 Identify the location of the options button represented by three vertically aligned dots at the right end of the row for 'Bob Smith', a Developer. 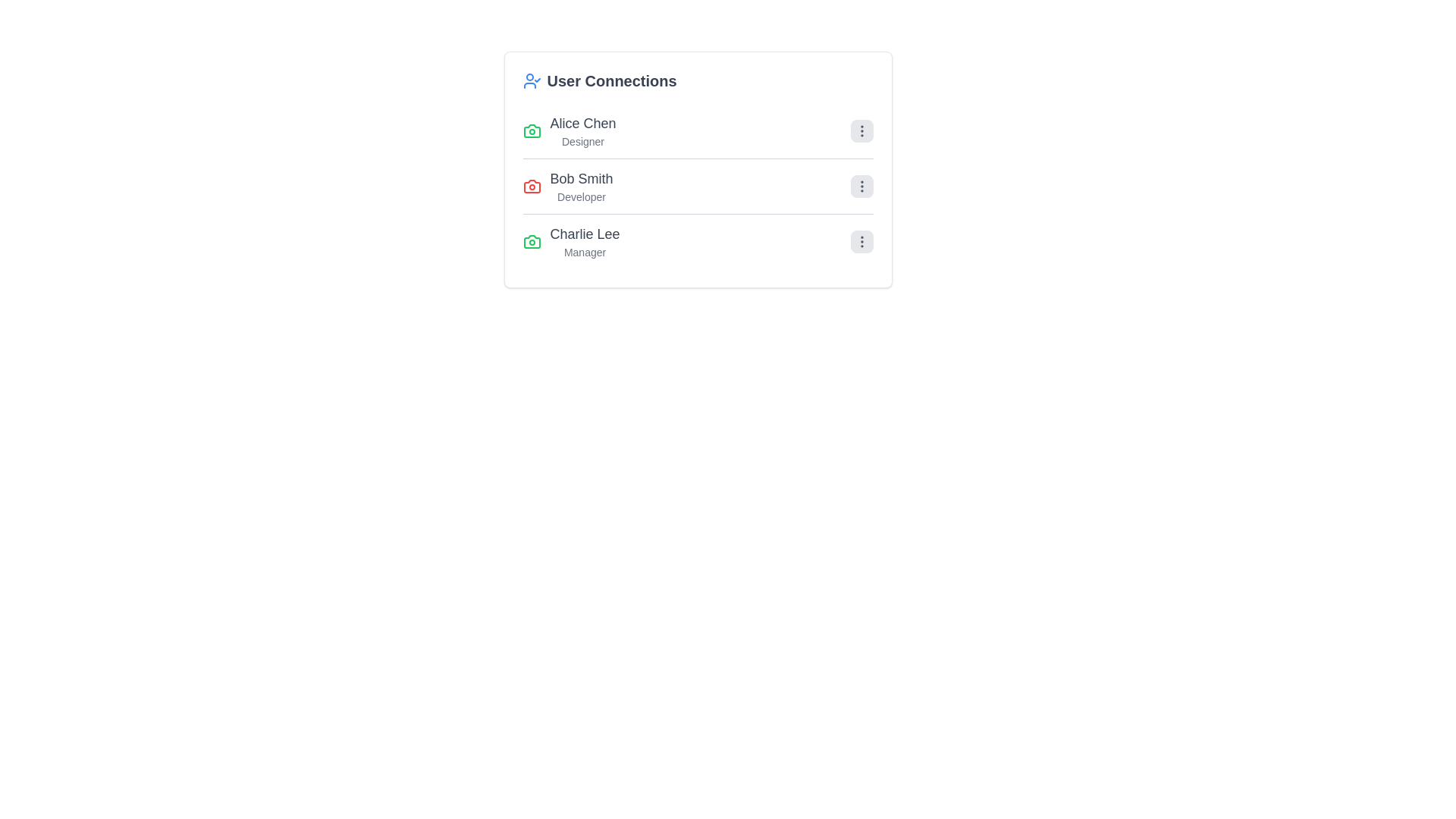
(861, 186).